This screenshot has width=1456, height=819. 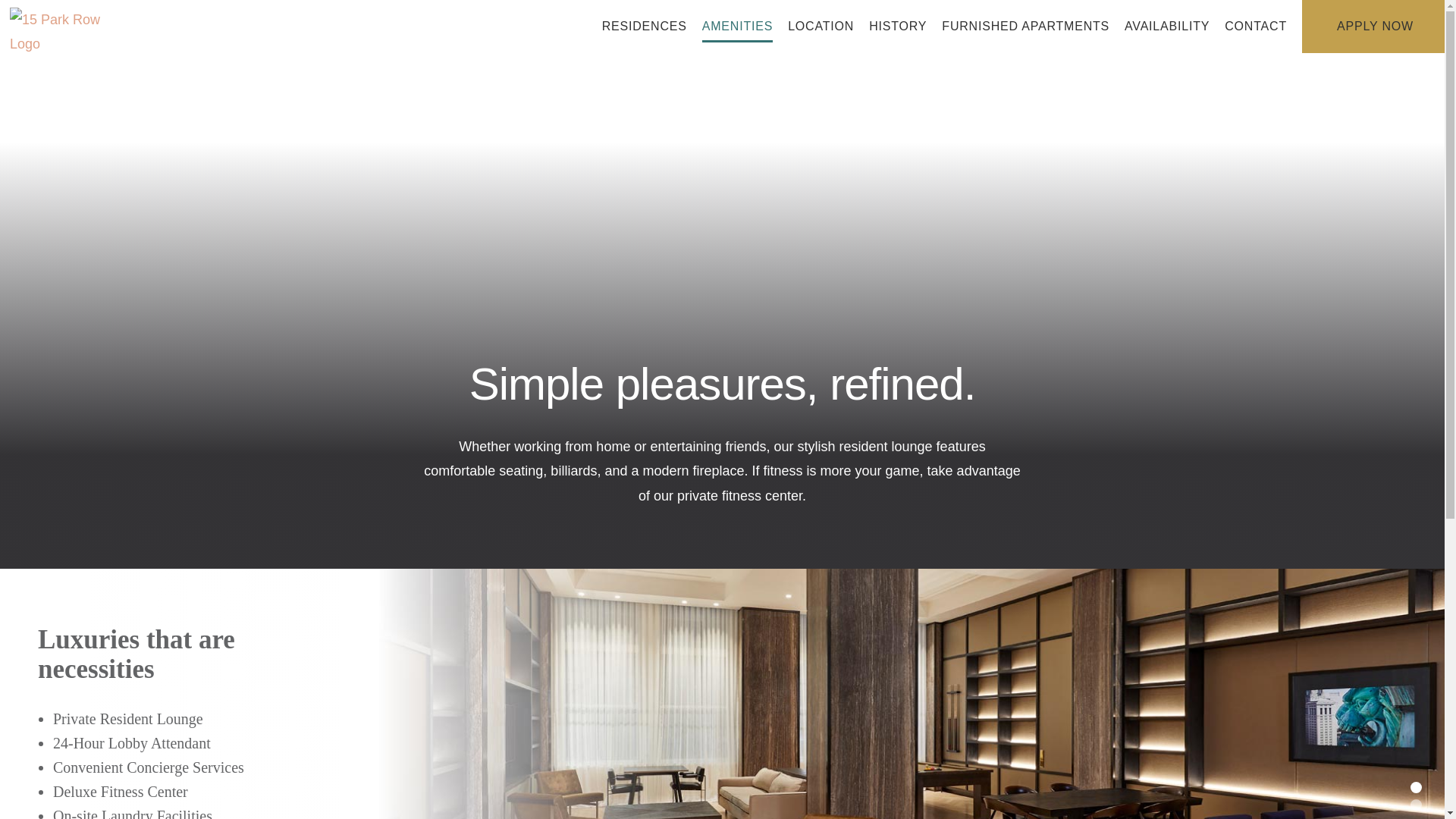 I want to click on 'FURNISHED APARTMENTS', so click(x=1025, y=26).